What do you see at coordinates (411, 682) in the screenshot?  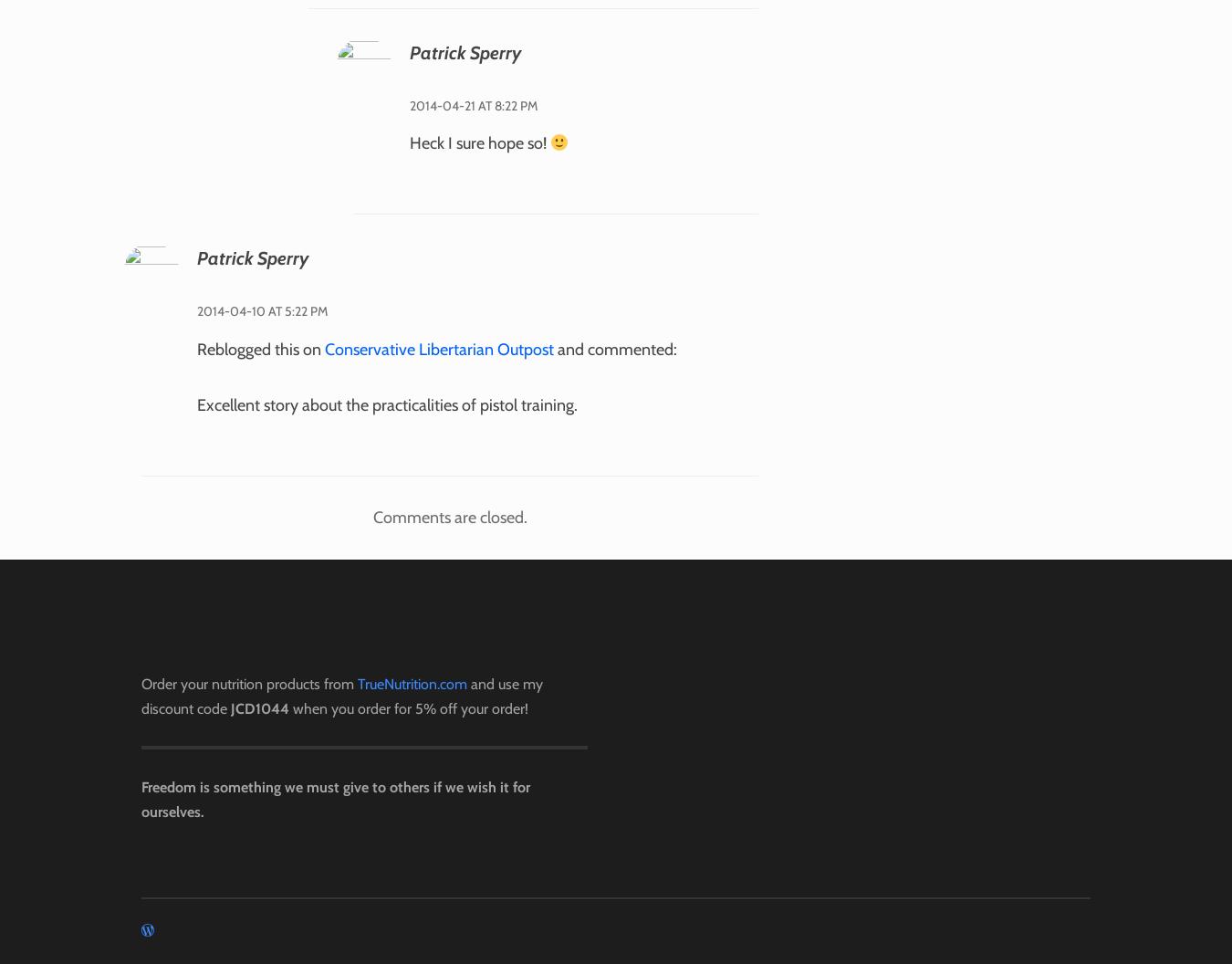 I see `'TrueNutrition.com'` at bounding box center [411, 682].